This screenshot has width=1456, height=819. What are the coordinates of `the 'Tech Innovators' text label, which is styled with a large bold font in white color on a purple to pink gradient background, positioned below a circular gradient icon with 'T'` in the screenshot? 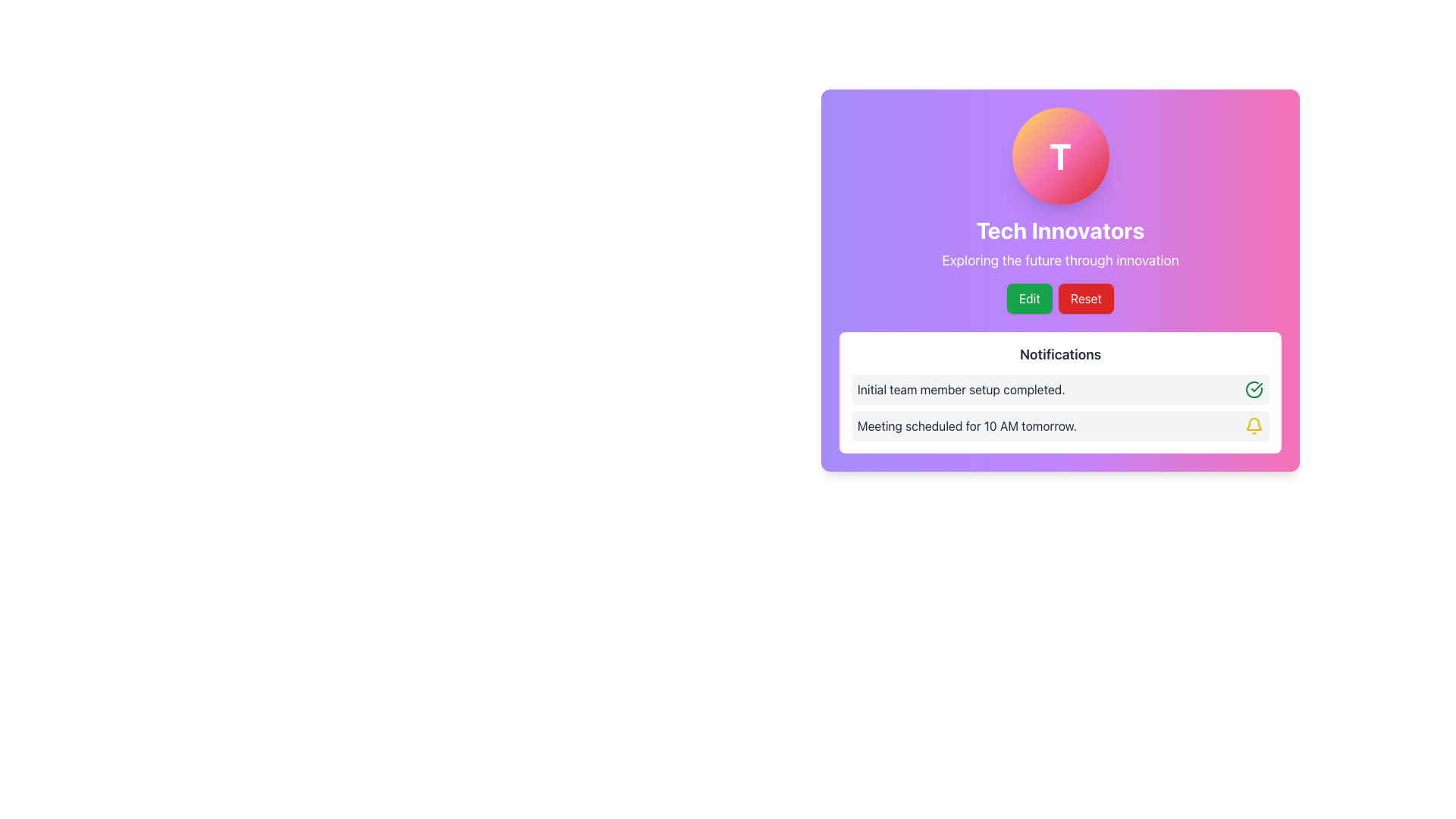 It's located at (1059, 231).